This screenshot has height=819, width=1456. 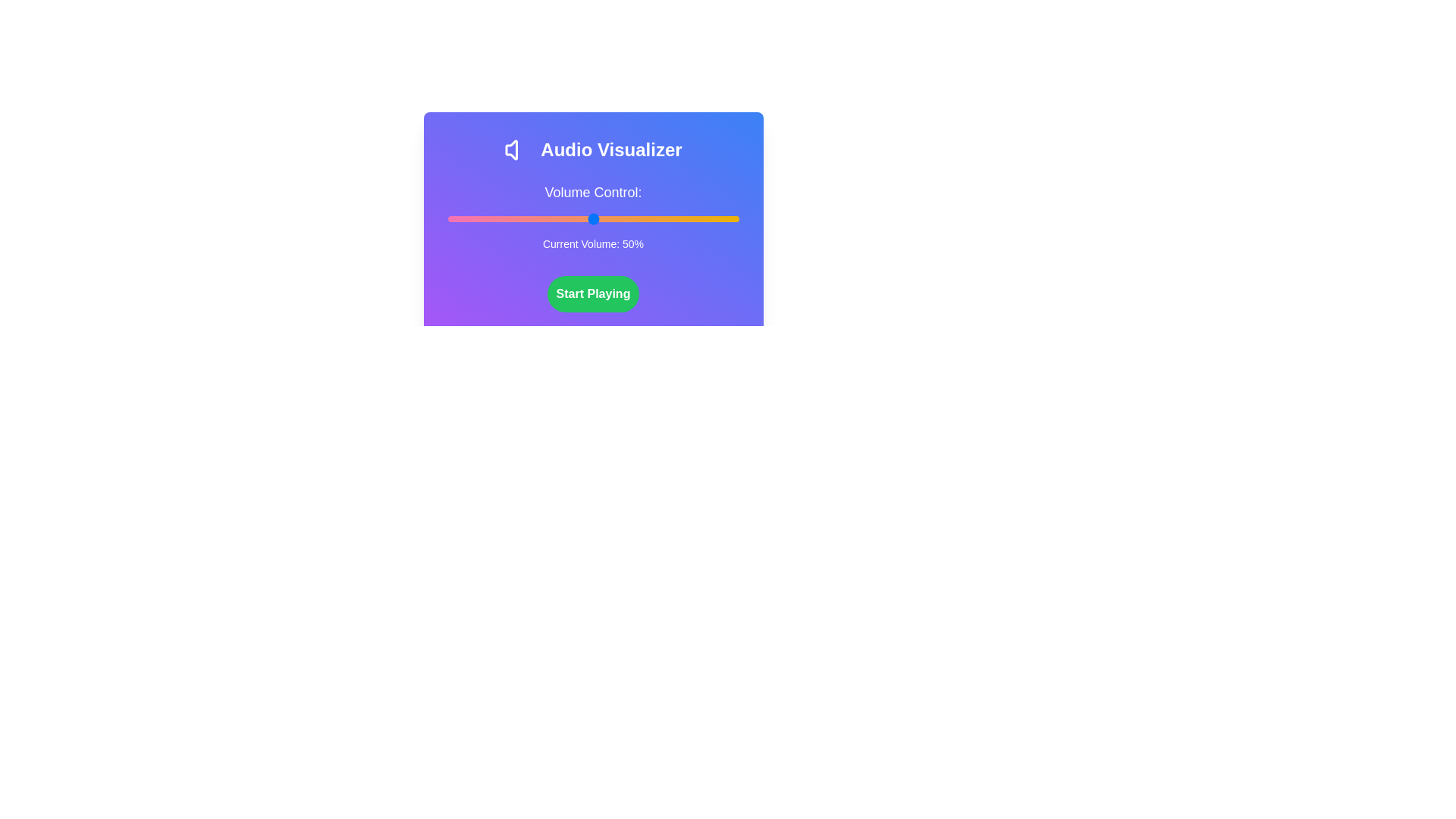 I want to click on the 'Start Playing' button with a green background and white bold font located at the bottom-center of the 'Audio Visualizer' interface for accessibility navigation, so click(x=592, y=294).